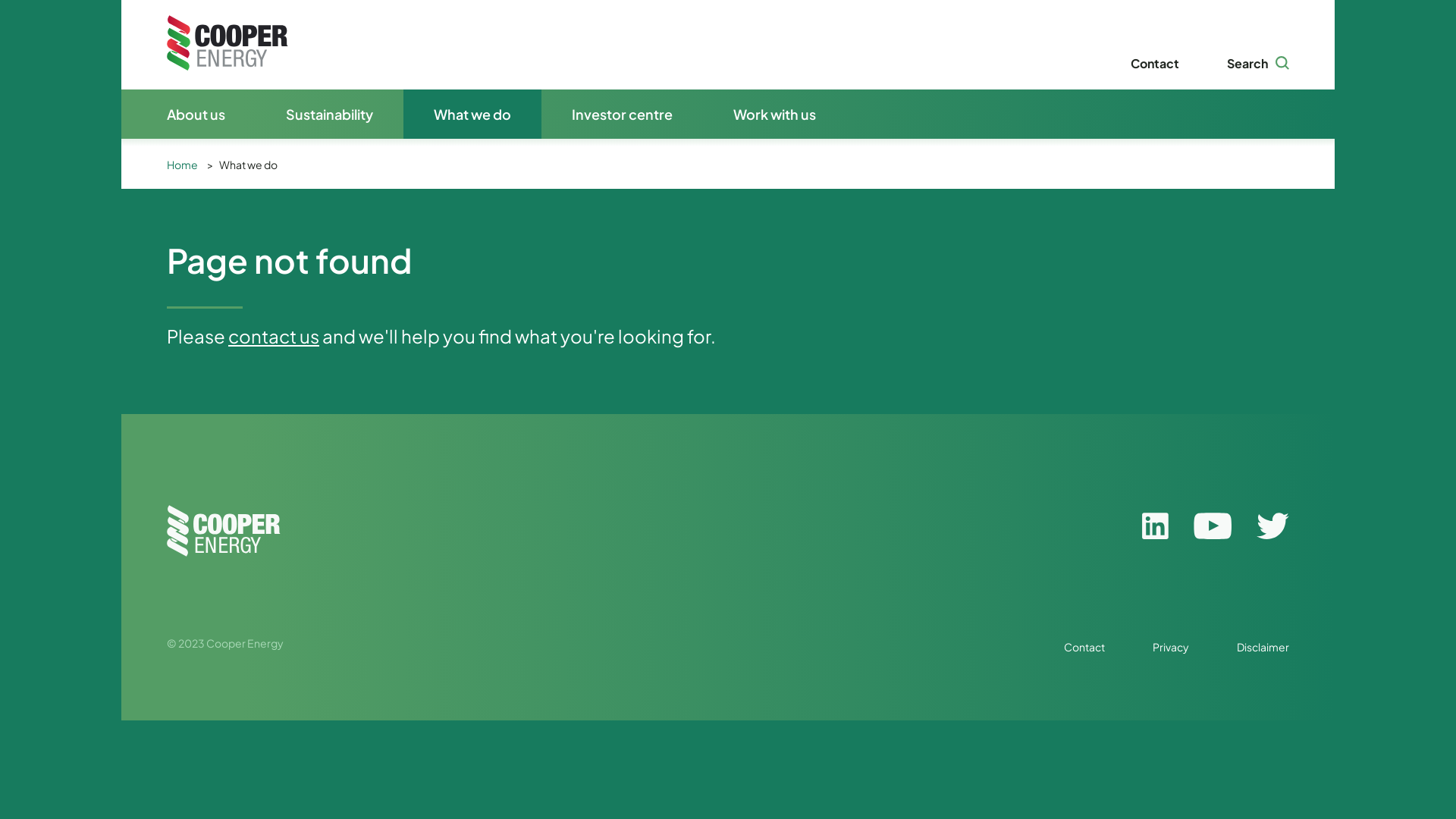 Image resolution: width=1456 pixels, height=819 pixels. What do you see at coordinates (186, 164) in the screenshot?
I see `'Home'` at bounding box center [186, 164].